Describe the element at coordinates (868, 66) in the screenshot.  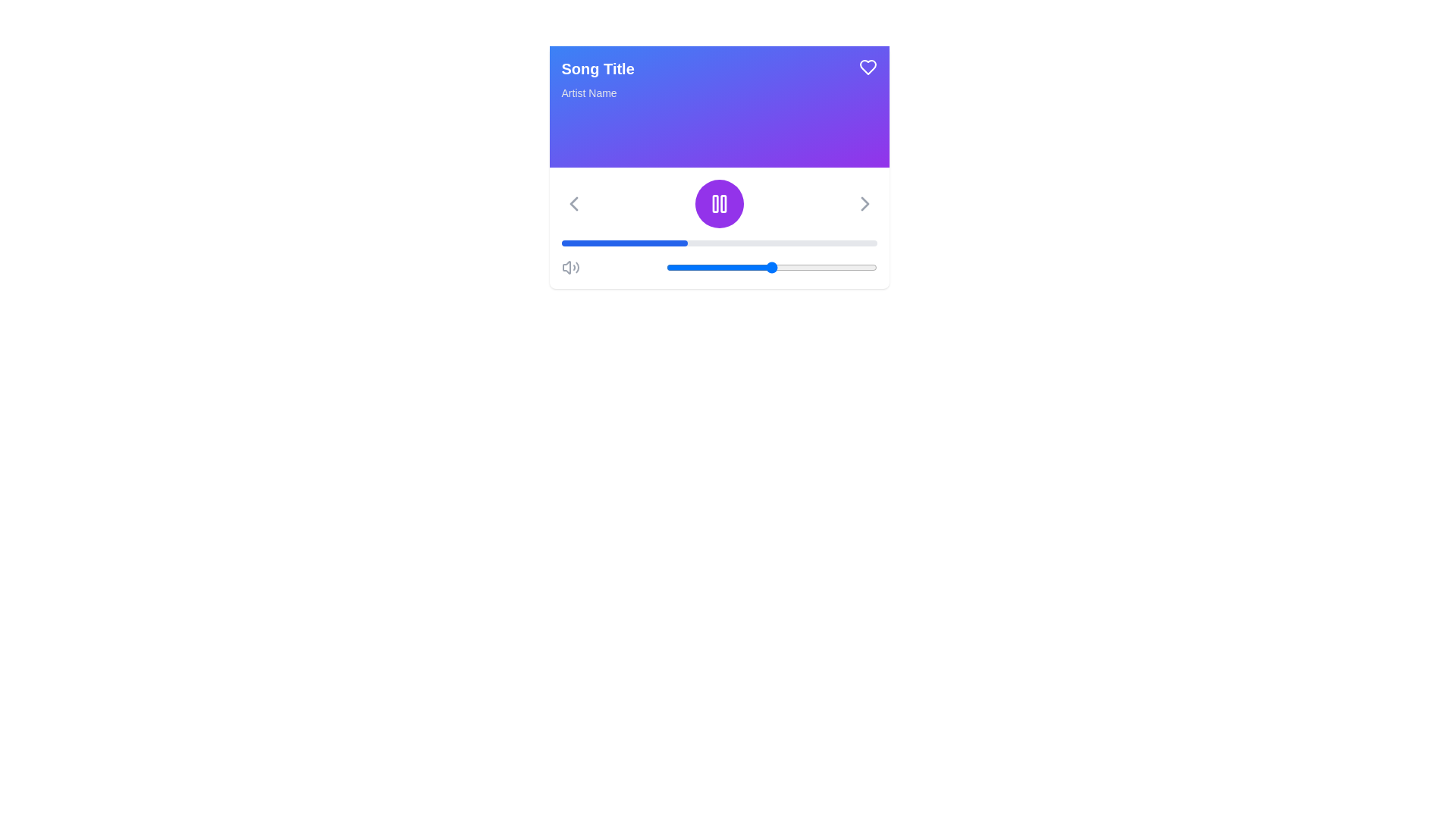
I see `the interactive button located at the top-right corner of the interface` at that location.